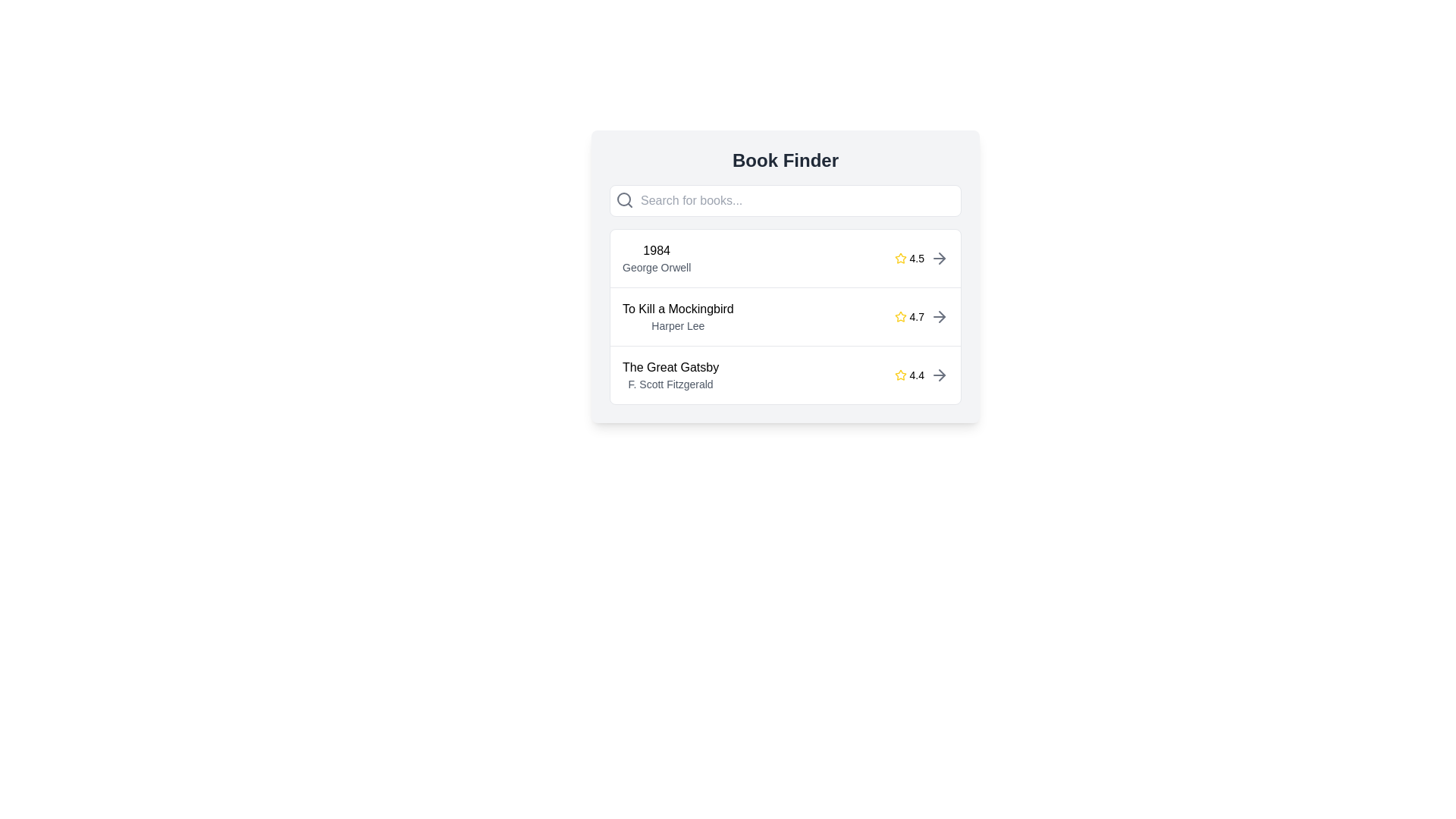 Image resolution: width=1456 pixels, height=819 pixels. I want to click on the rightward arrow icon, which is located at the far right of the book entry for 'The Great Gatsby', so click(938, 375).